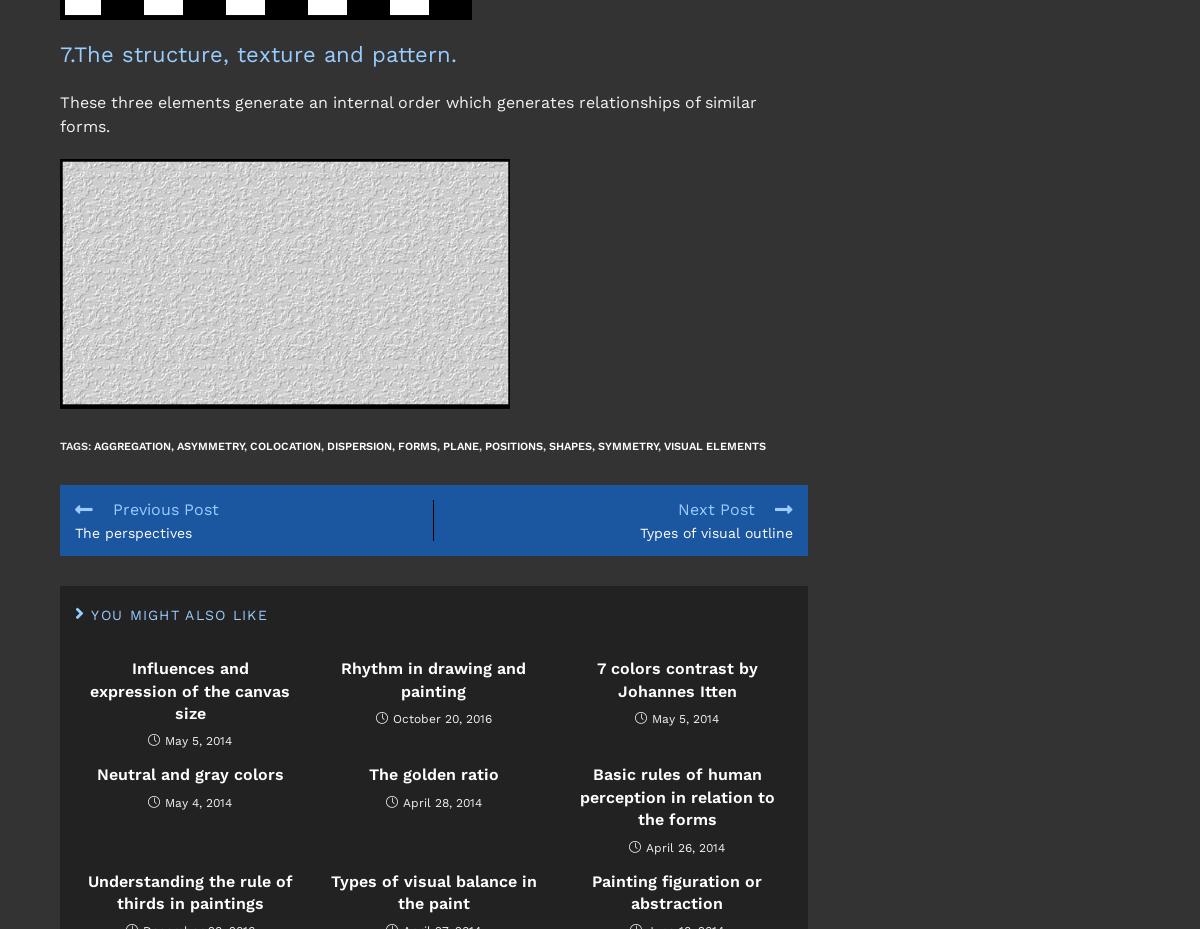 This screenshot has width=1200, height=929. What do you see at coordinates (590, 891) in the screenshot?
I see `'Painting figuration or abstraction'` at bounding box center [590, 891].